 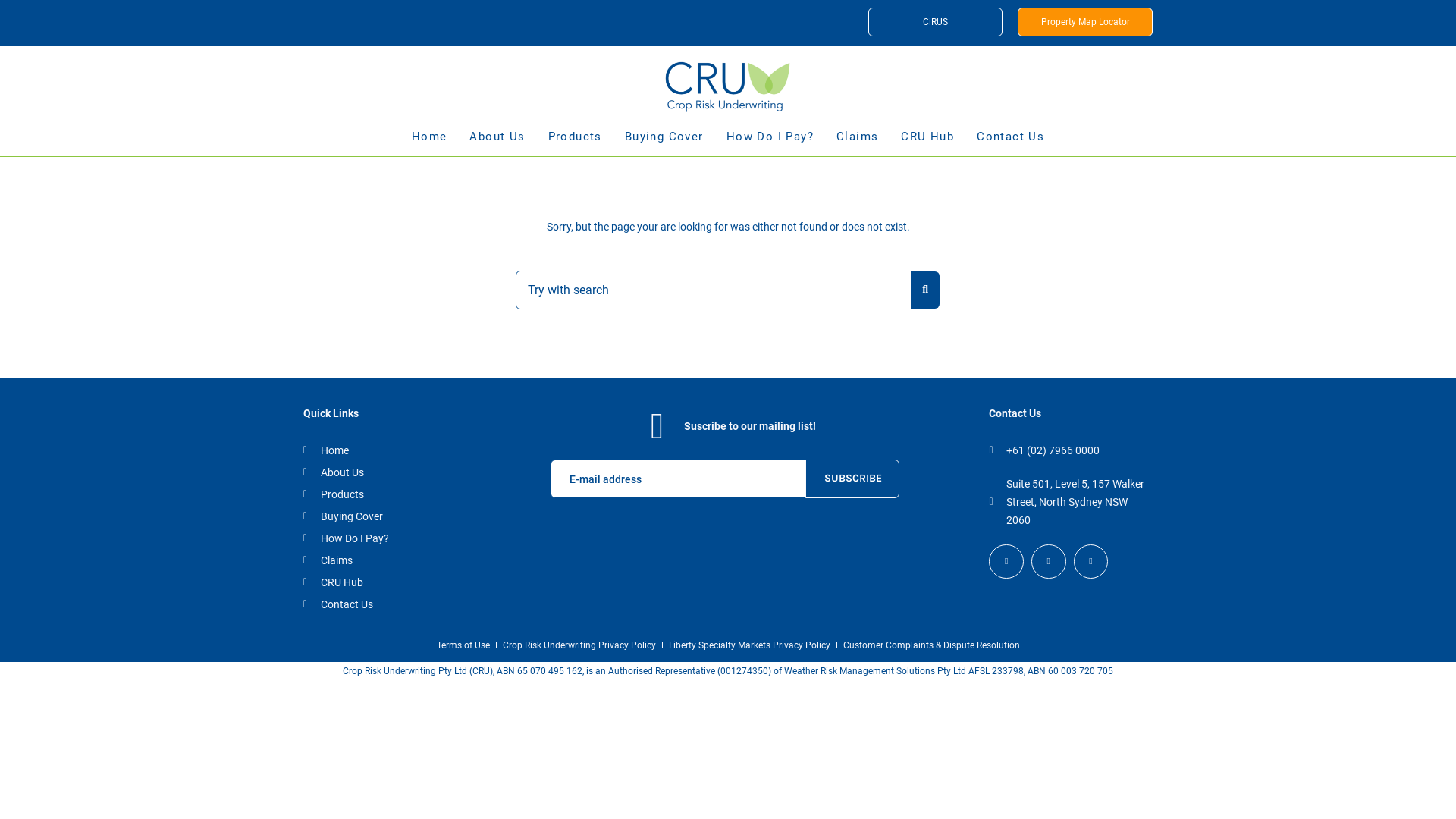 I want to click on 'CRU Hub', so click(x=927, y=143).